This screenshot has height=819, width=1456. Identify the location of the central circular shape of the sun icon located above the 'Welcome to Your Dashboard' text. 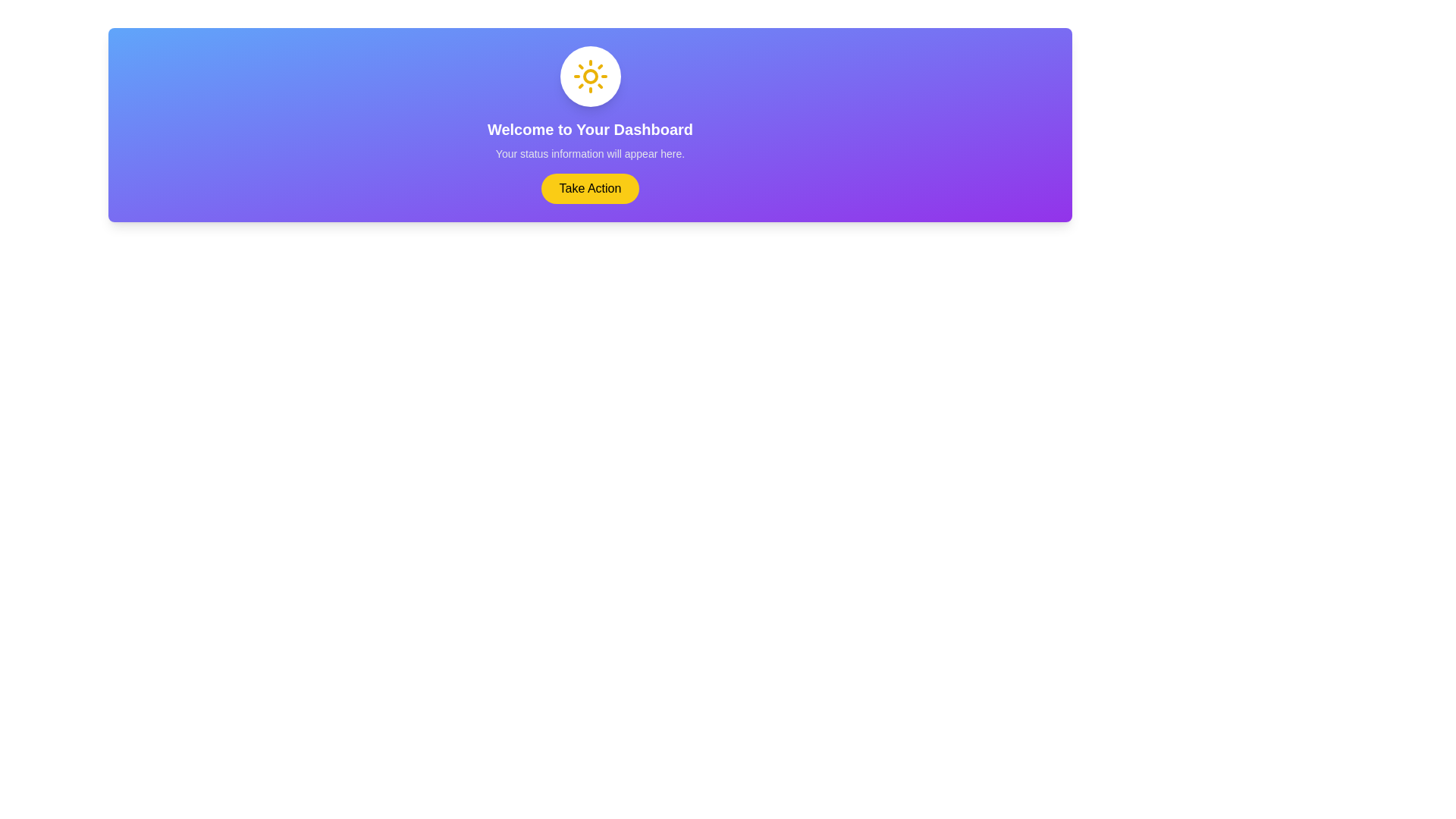
(589, 76).